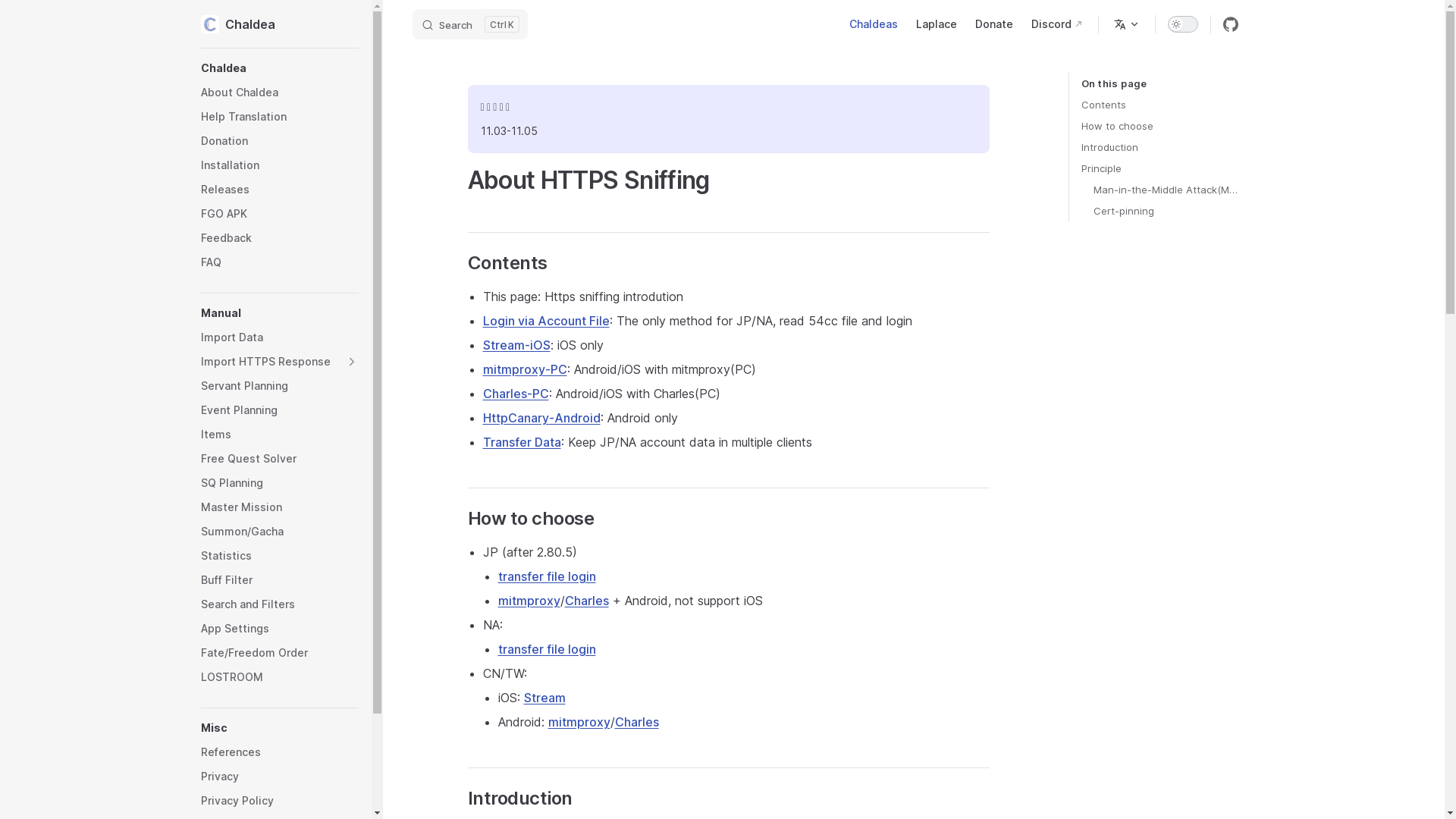 This screenshot has height=819, width=1456. What do you see at coordinates (1056, 24) in the screenshot?
I see `'Discord'` at bounding box center [1056, 24].